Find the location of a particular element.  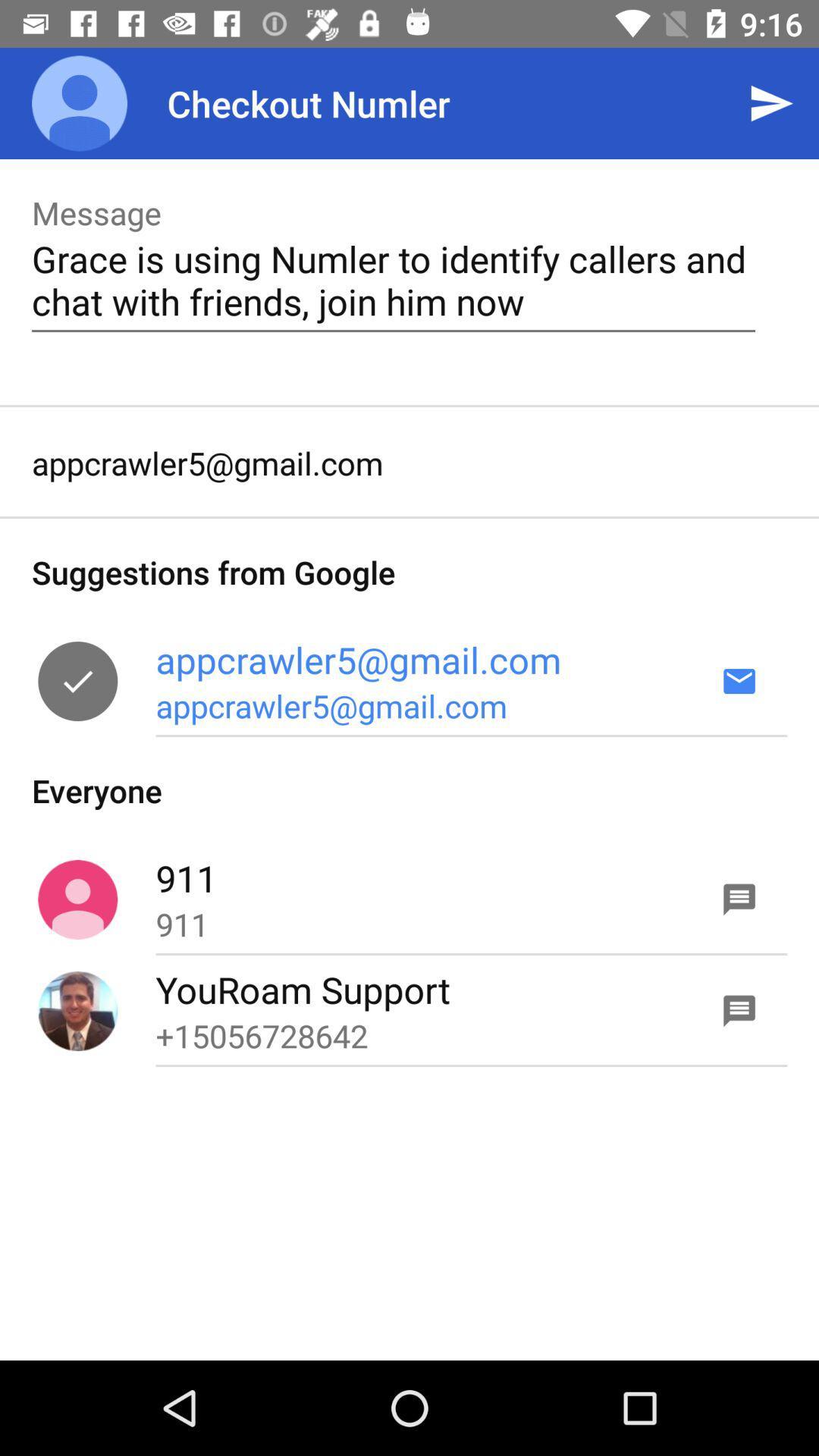

app to the left of the checkout numler is located at coordinates (79, 102).